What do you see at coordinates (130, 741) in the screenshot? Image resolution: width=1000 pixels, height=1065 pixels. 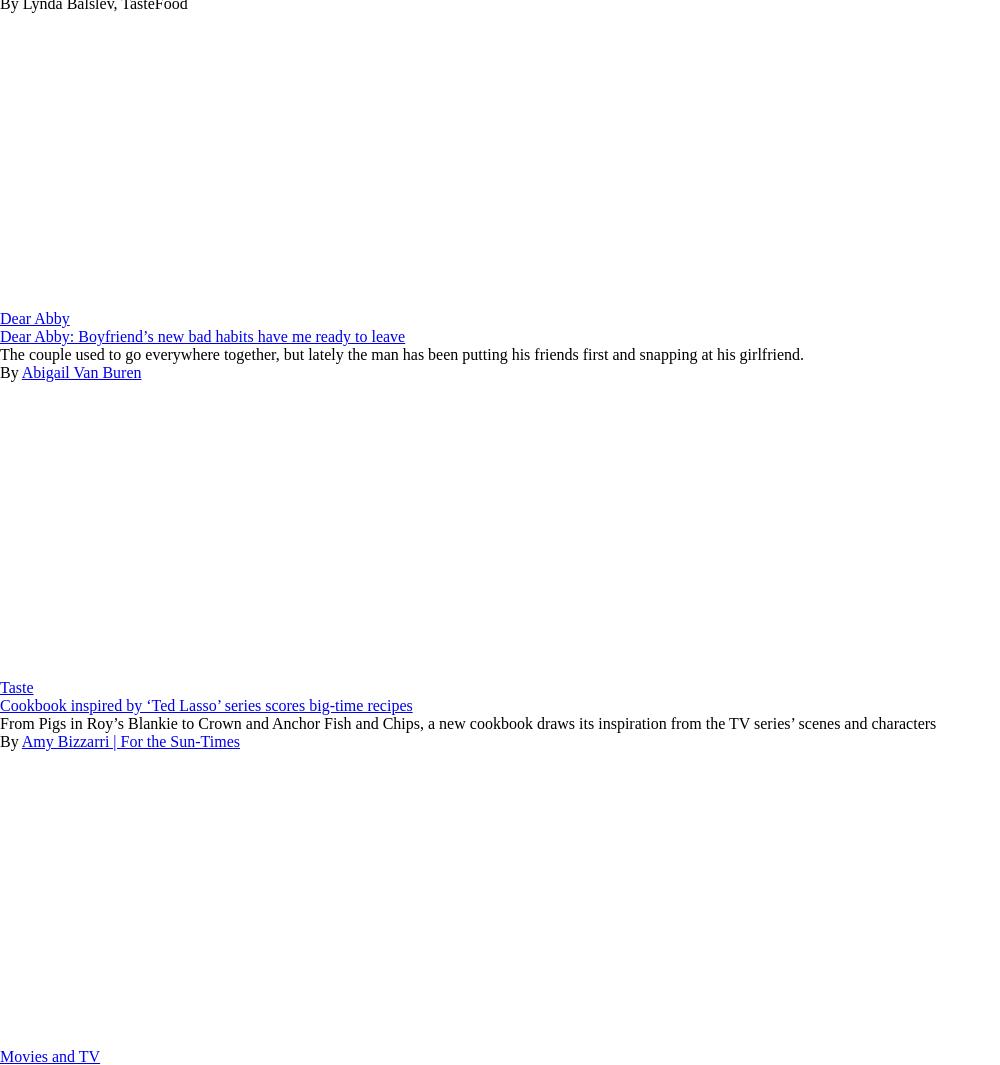 I see `'Amy Bizzarri | For the Sun-Times'` at bounding box center [130, 741].